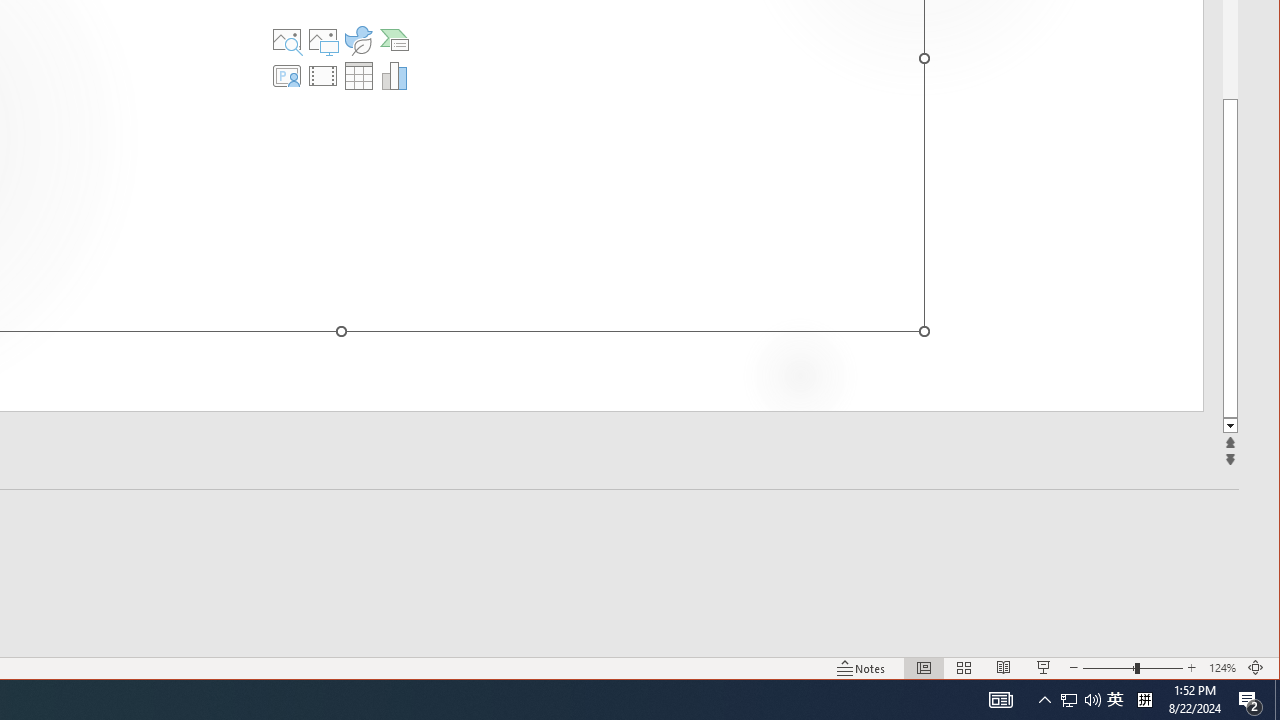 Image resolution: width=1280 pixels, height=720 pixels. What do you see at coordinates (1250, 698) in the screenshot?
I see `'Action Center, 2 new notifications'` at bounding box center [1250, 698].